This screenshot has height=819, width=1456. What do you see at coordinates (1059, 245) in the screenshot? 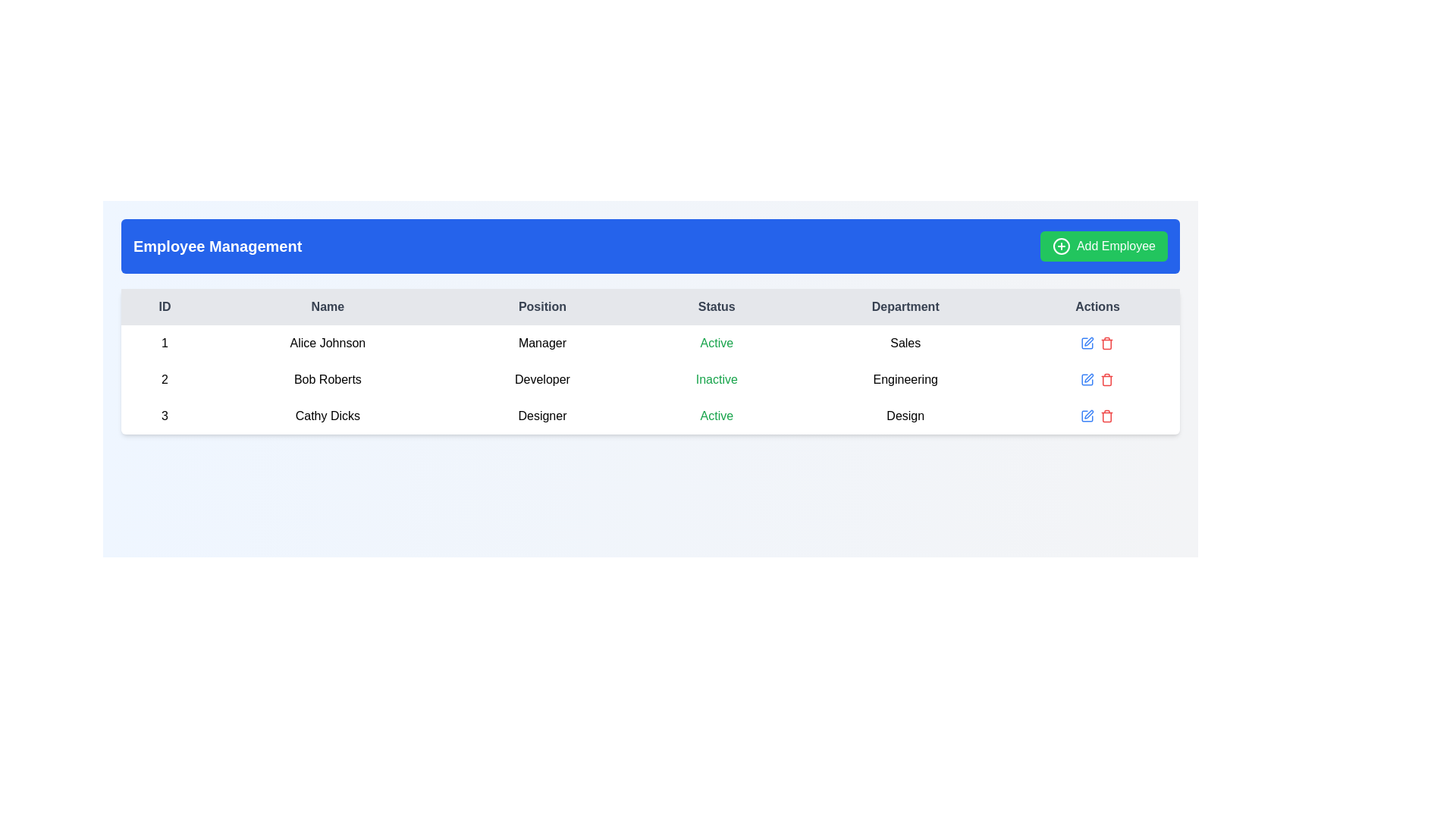
I see `the circular green icon with a white plus sign located at the left side of the 'Add Employee' button in the top-right corner of the layout` at bounding box center [1059, 245].